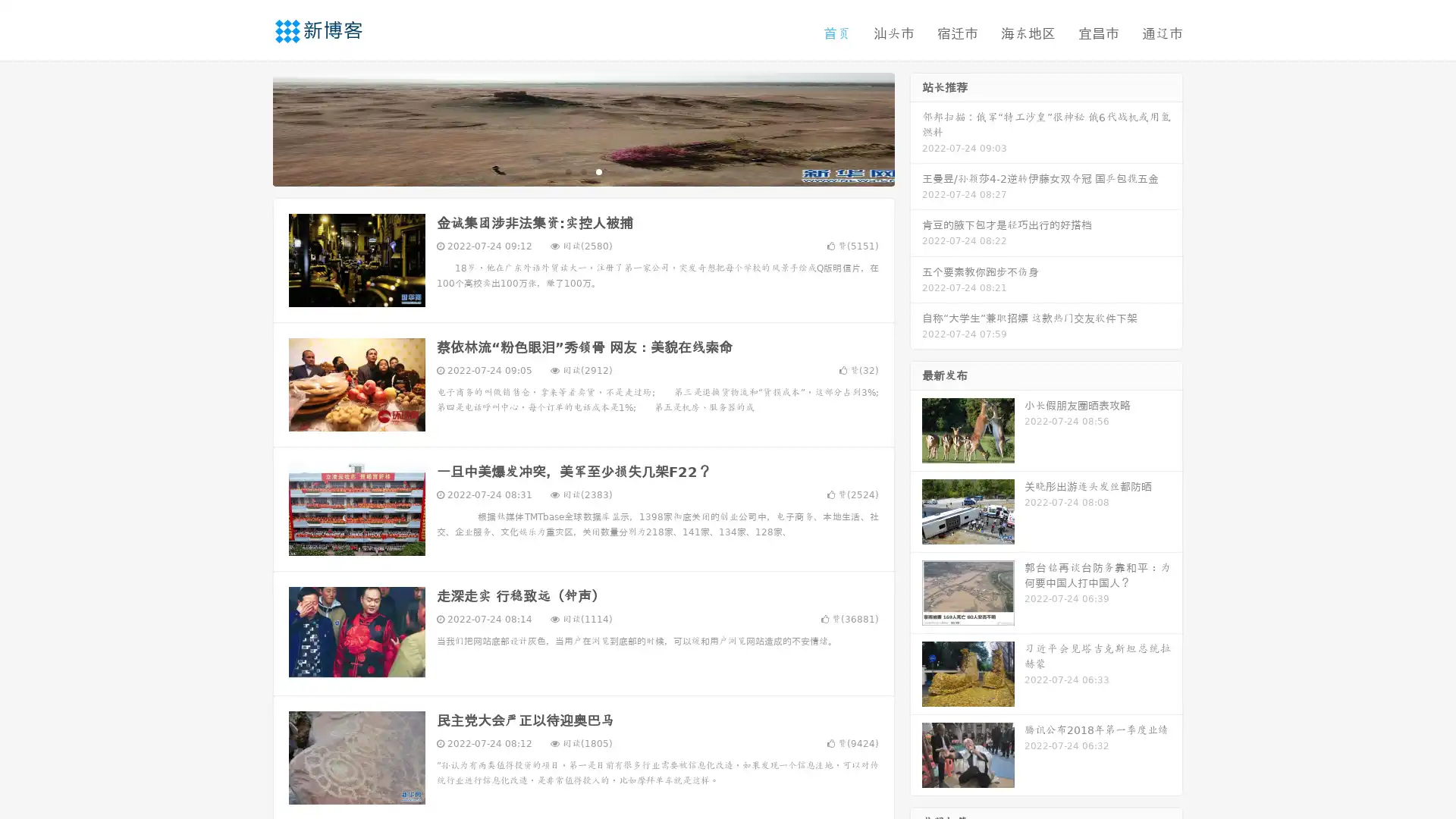 This screenshot has height=819, width=1456. Describe the element at coordinates (582, 171) in the screenshot. I see `Go to slide 2` at that location.